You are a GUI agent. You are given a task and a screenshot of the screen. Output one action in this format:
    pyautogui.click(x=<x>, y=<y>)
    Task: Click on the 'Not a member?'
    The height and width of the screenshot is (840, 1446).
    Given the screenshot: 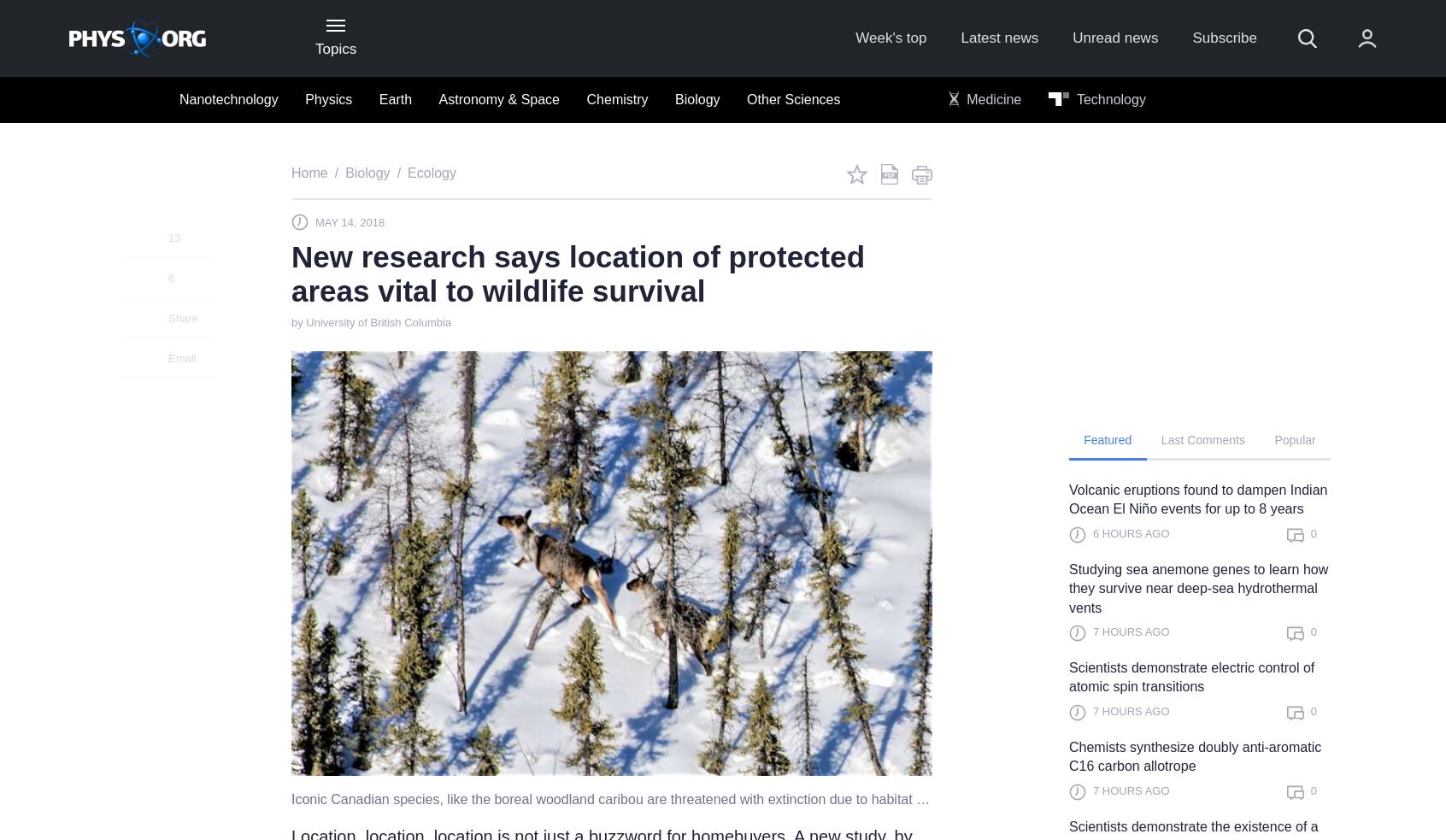 What is the action you would take?
    pyautogui.click(x=1146, y=397)
    